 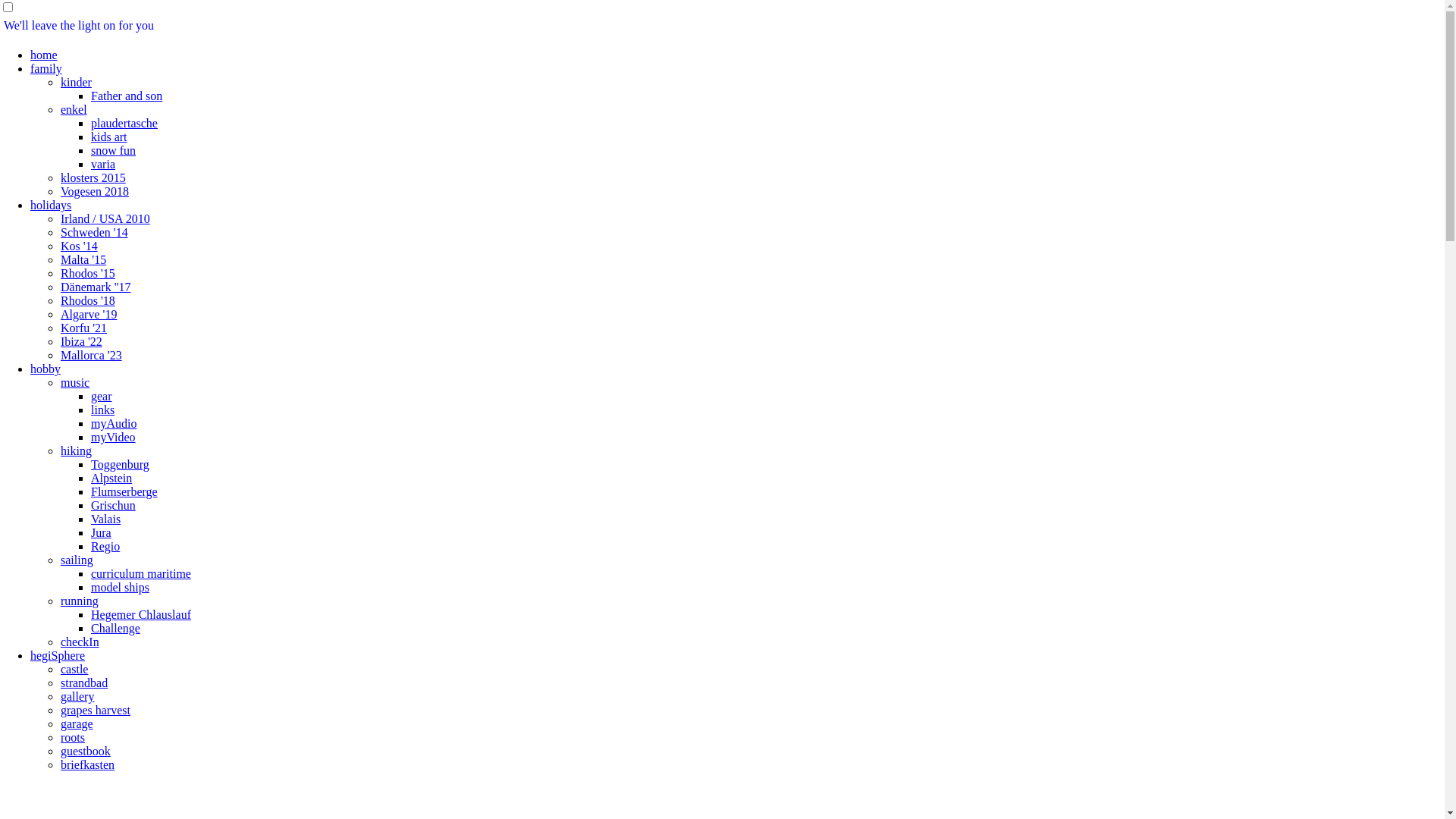 What do you see at coordinates (78, 25) in the screenshot?
I see `'We'll leave the light on for you'` at bounding box center [78, 25].